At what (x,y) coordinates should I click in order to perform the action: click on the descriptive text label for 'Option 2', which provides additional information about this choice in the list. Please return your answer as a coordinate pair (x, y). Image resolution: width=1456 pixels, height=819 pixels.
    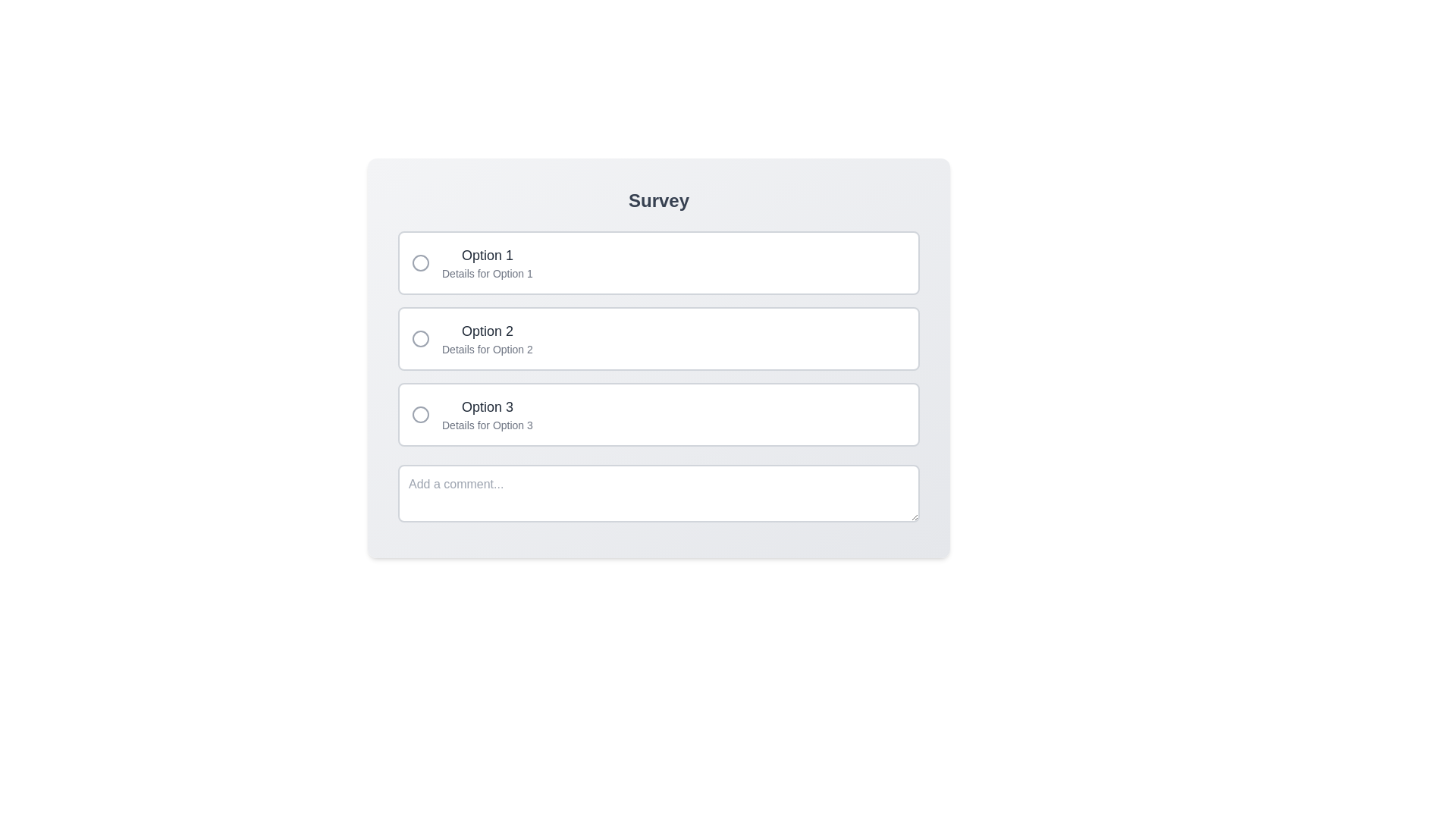
    Looking at the image, I should click on (488, 350).